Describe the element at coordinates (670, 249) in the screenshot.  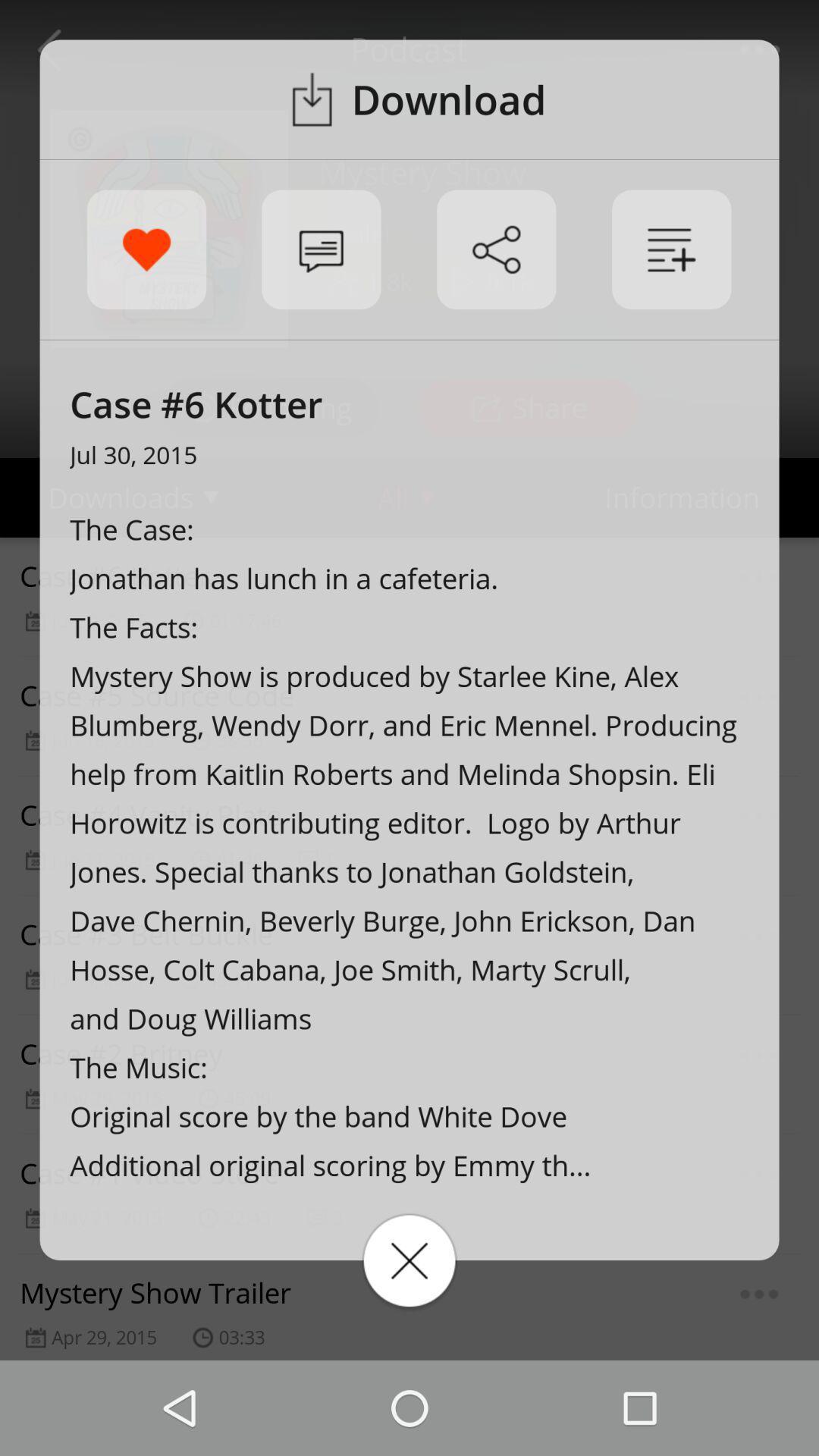
I see `notes` at that location.